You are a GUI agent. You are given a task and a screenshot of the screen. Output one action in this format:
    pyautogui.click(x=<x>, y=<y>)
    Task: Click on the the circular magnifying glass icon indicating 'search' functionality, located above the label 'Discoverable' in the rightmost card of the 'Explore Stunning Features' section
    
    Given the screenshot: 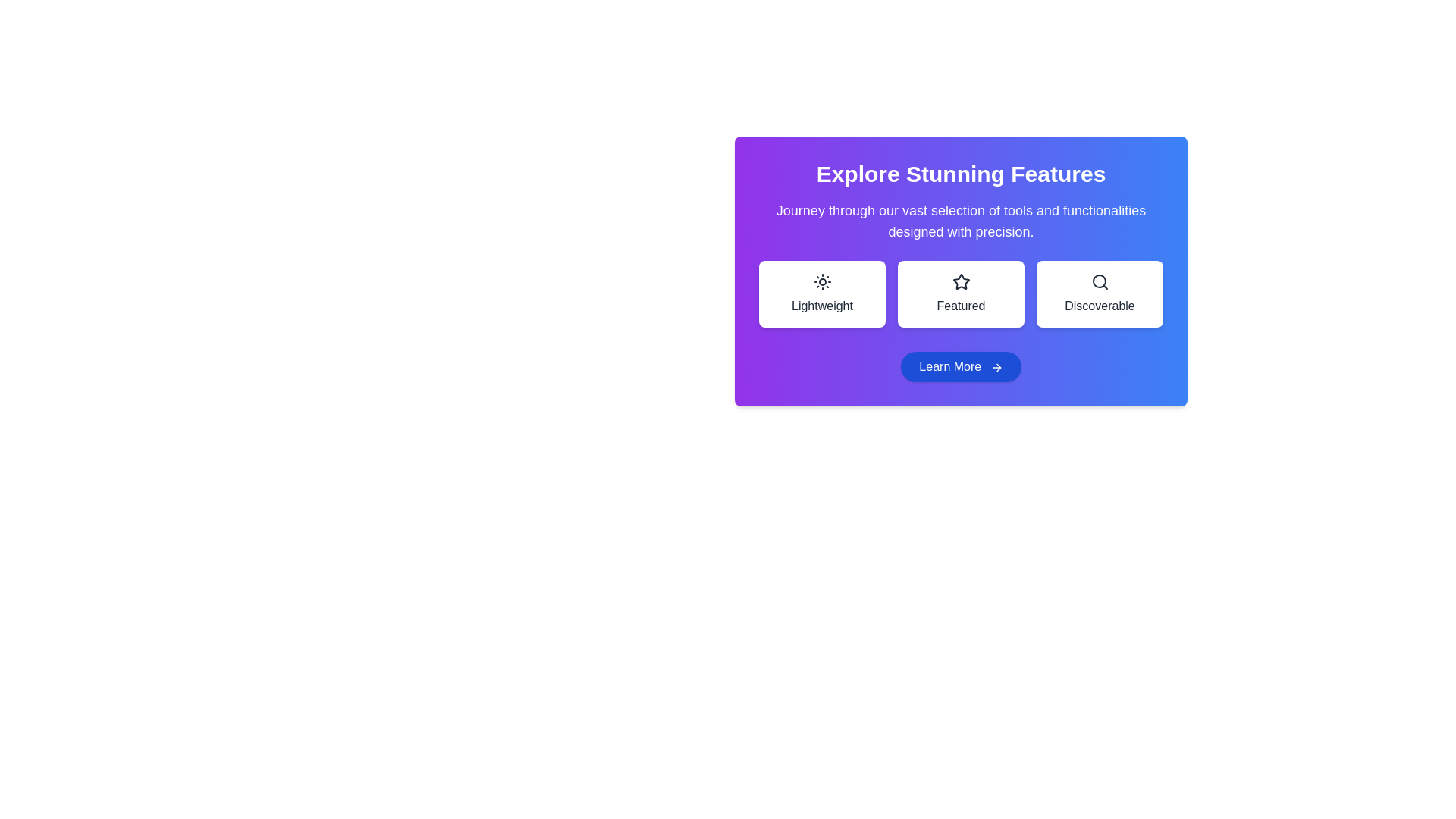 What is the action you would take?
    pyautogui.click(x=1100, y=281)
    